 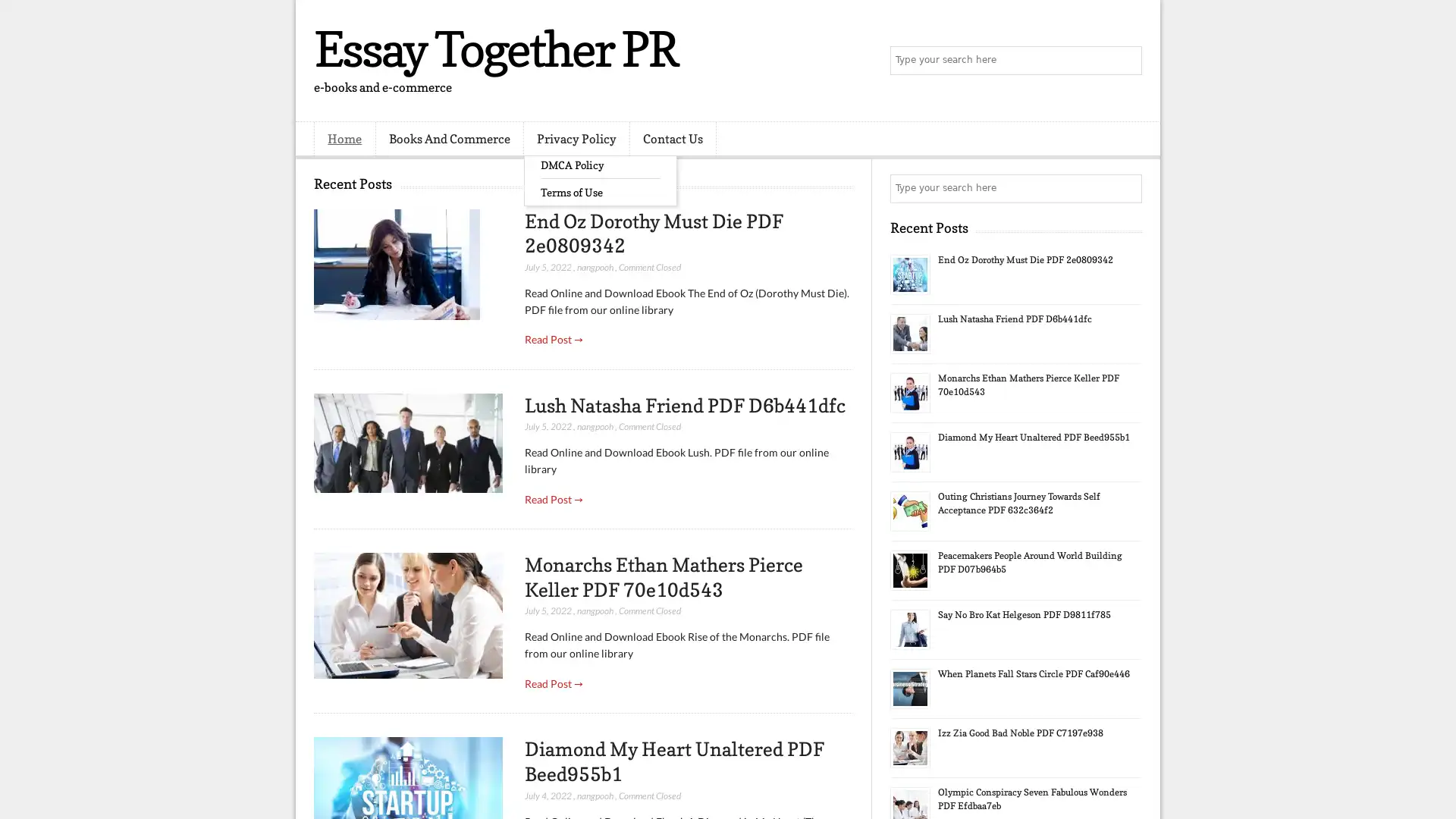 What do you see at coordinates (1126, 61) in the screenshot?
I see `Search` at bounding box center [1126, 61].